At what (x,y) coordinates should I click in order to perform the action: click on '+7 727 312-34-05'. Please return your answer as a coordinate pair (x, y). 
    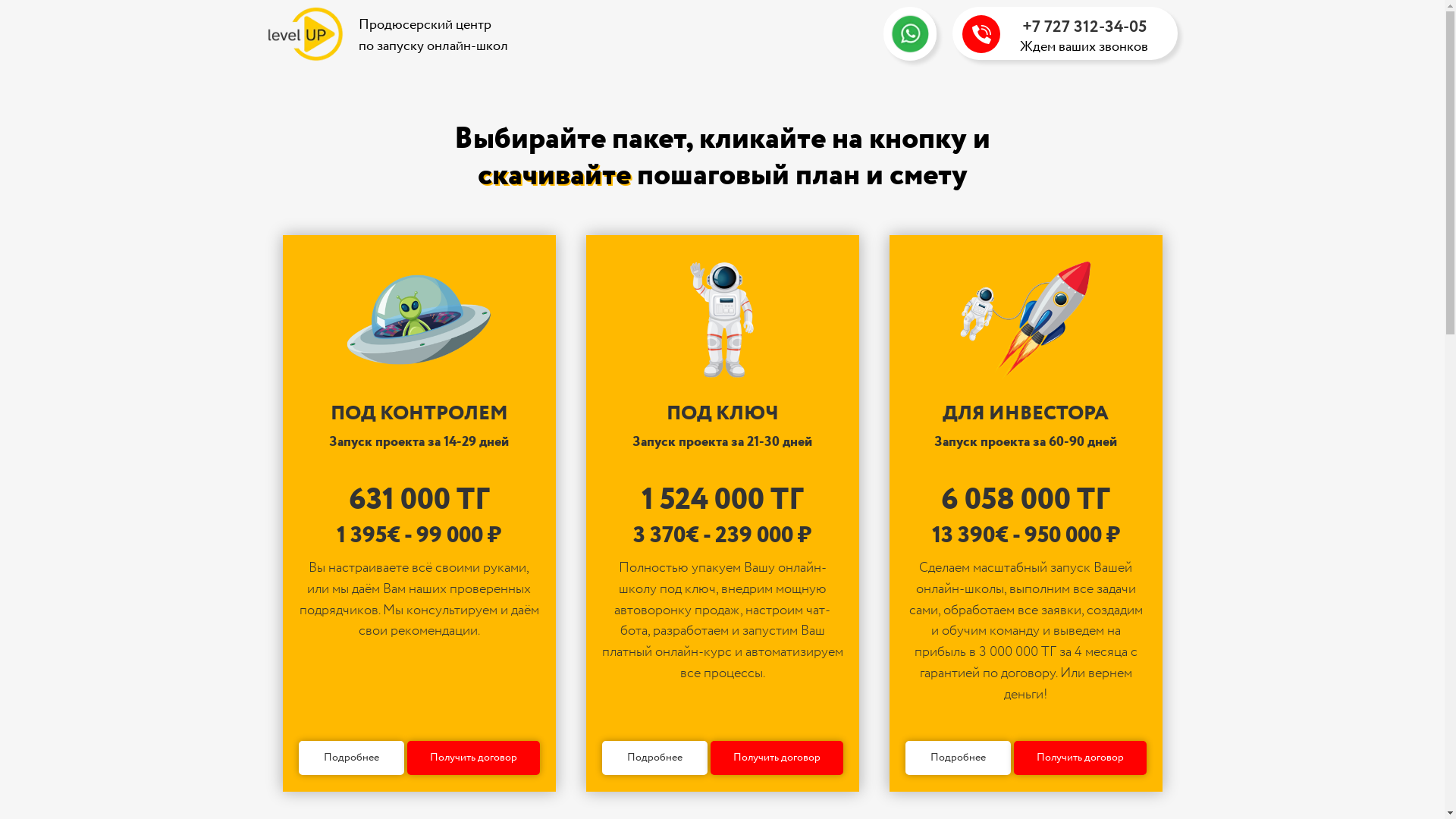
    Looking at the image, I should click on (1022, 27).